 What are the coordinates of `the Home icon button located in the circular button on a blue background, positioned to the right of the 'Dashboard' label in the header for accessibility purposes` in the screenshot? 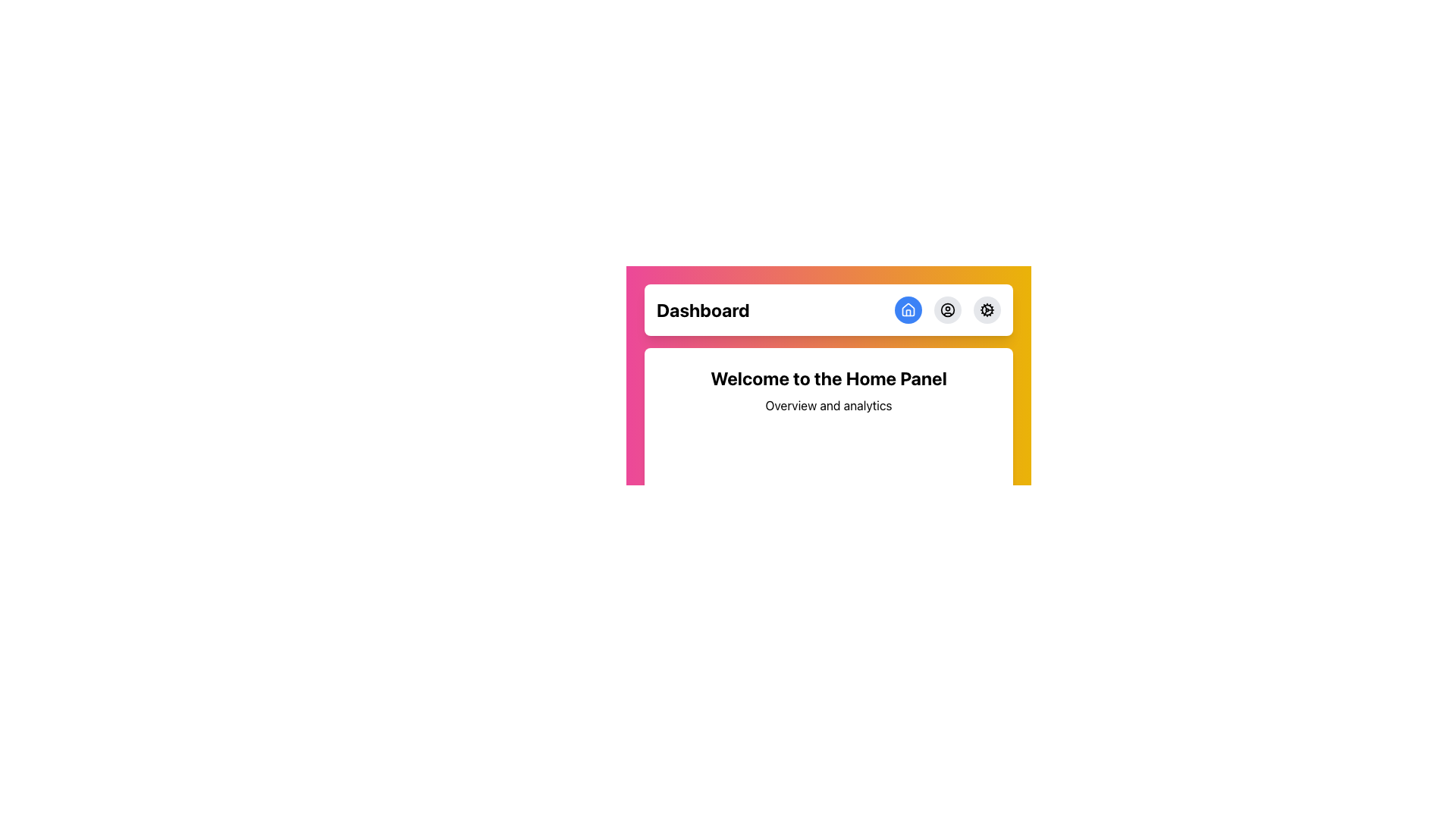 It's located at (908, 309).